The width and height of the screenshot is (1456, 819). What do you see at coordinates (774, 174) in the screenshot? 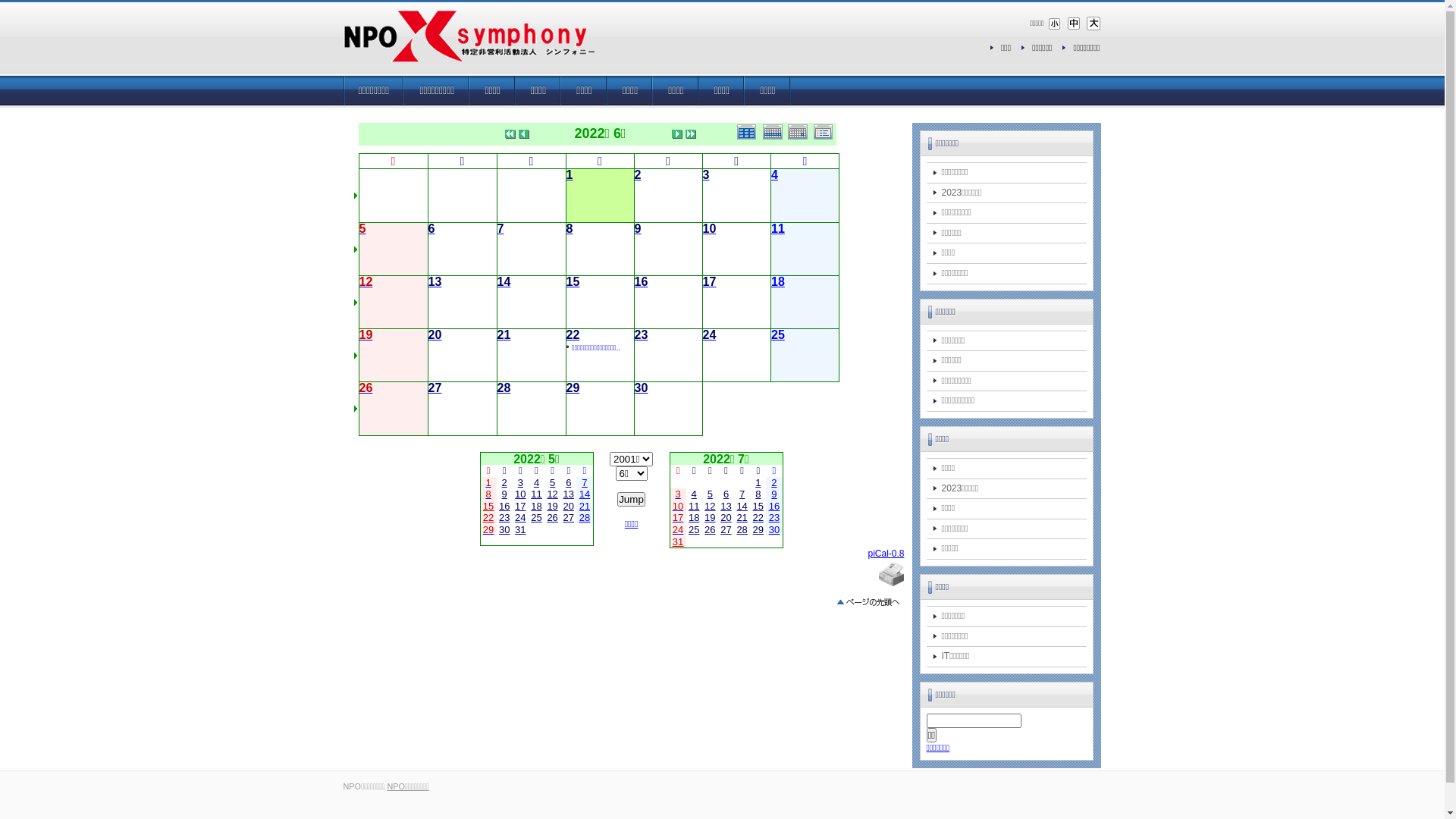
I see `'4'` at bounding box center [774, 174].